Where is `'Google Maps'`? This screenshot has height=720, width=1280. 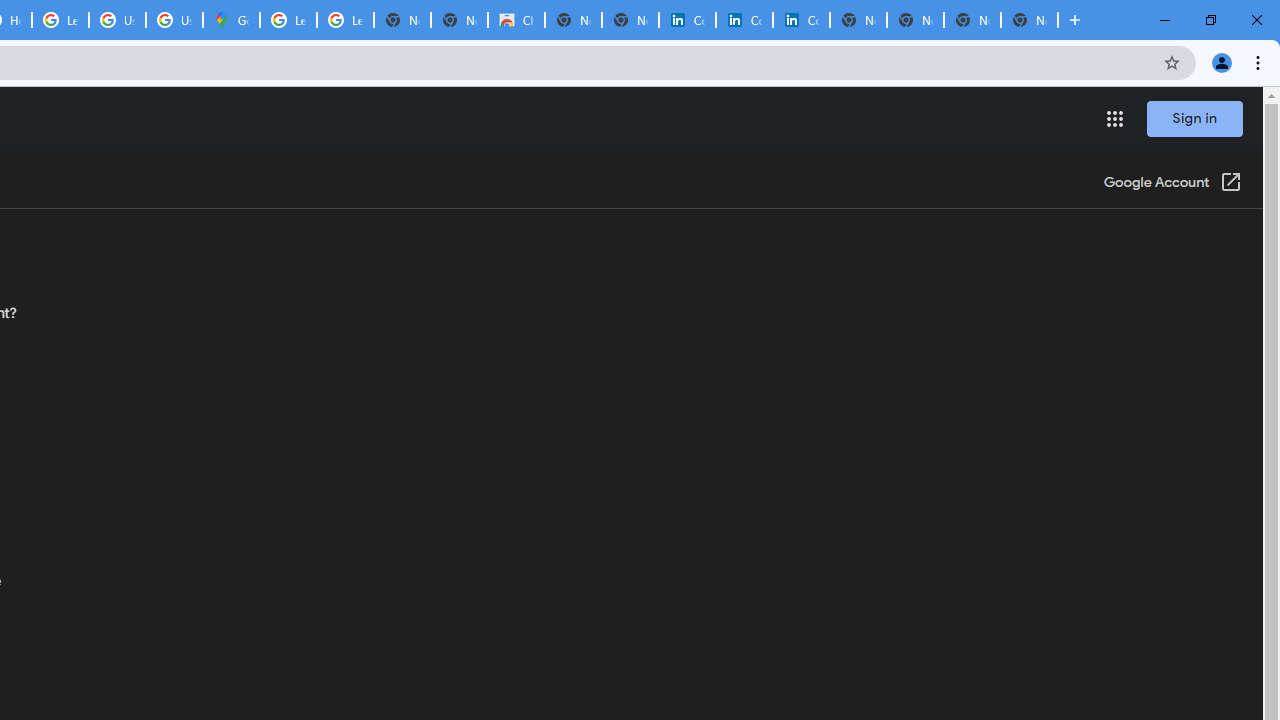 'Google Maps' is located at coordinates (231, 20).